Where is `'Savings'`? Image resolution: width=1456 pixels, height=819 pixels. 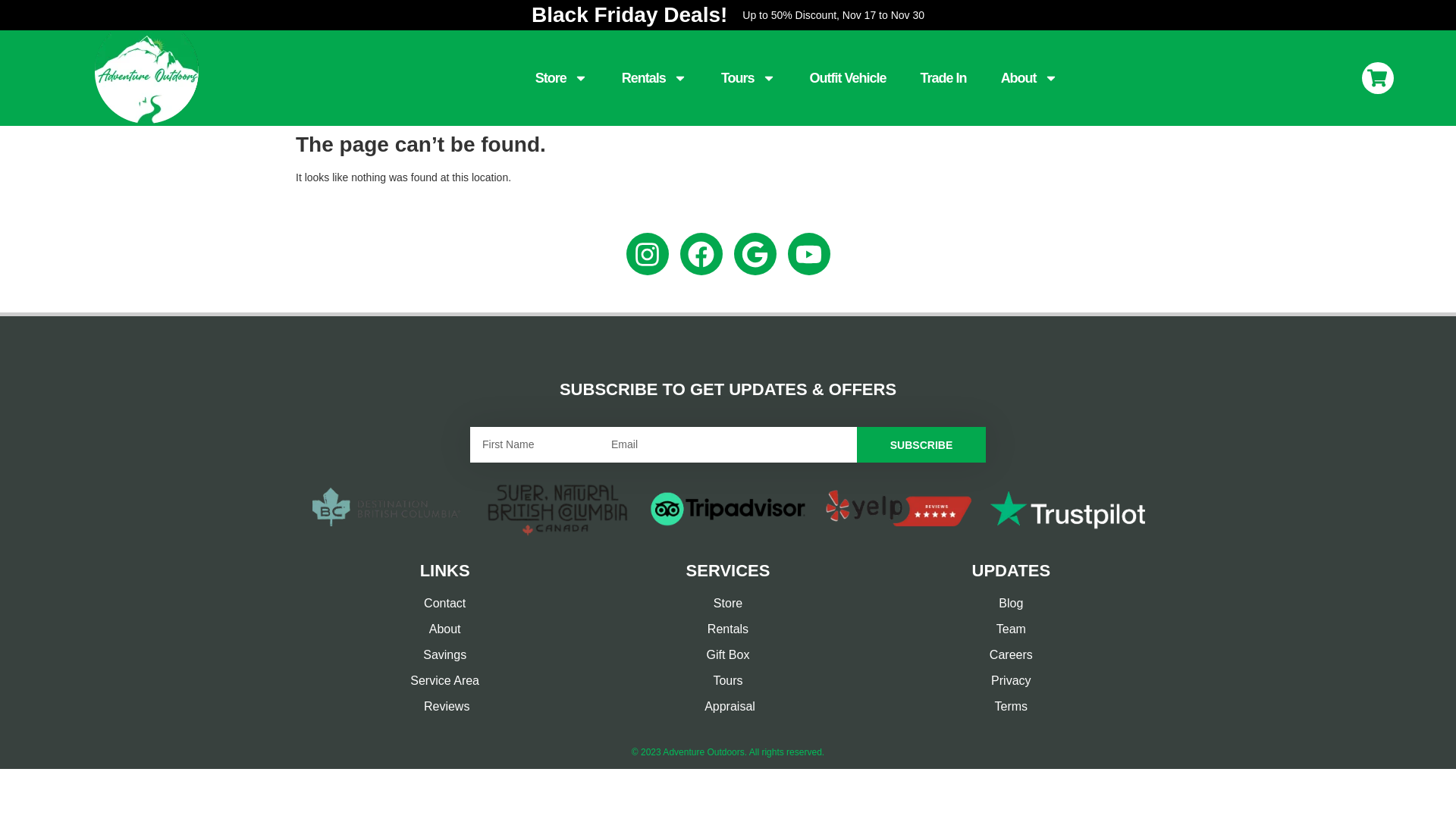 'Savings' is located at coordinates (444, 654).